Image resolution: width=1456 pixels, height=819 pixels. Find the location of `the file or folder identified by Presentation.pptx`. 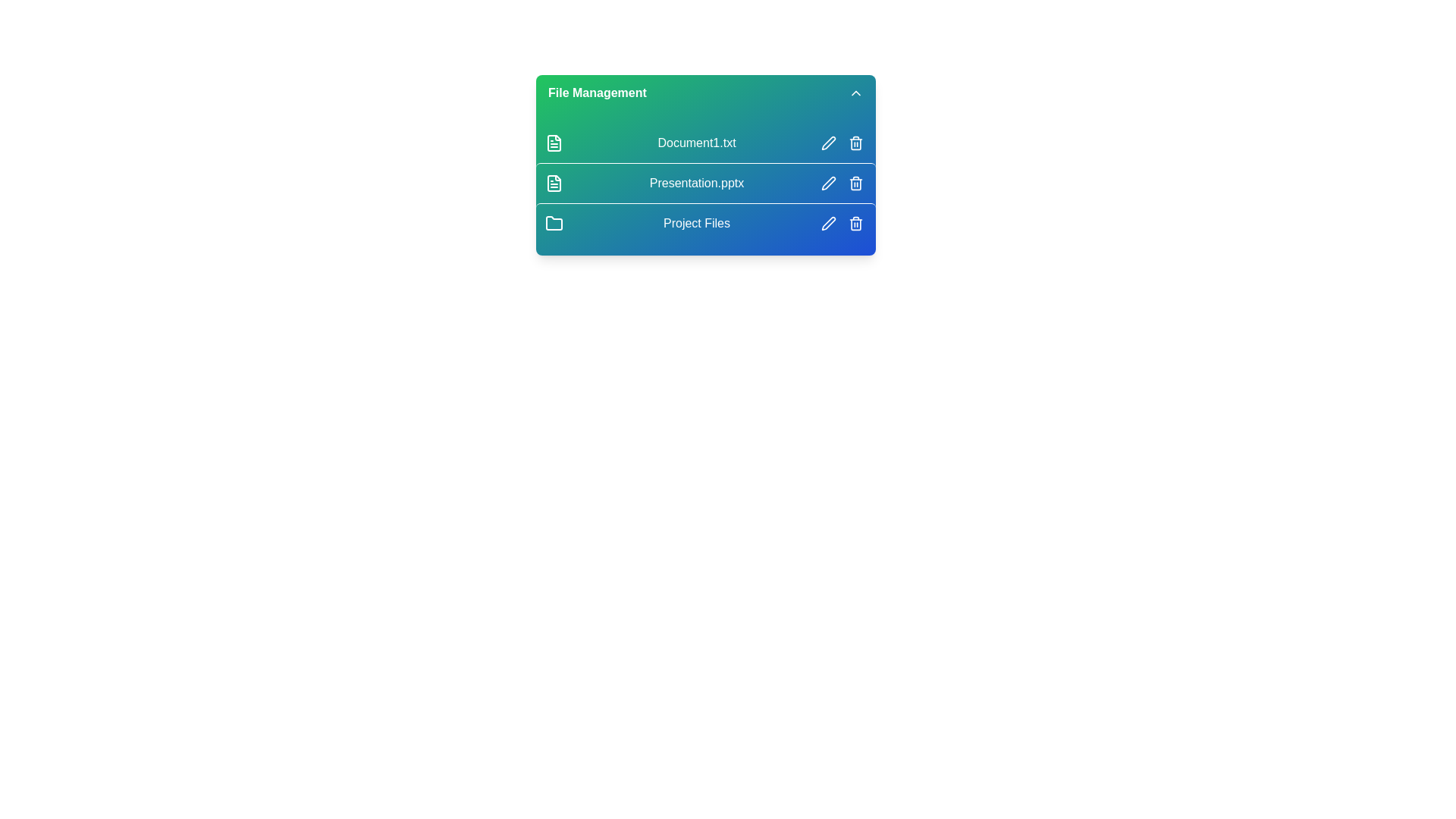

the file or folder identified by Presentation.pptx is located at coordinates (705, 182).